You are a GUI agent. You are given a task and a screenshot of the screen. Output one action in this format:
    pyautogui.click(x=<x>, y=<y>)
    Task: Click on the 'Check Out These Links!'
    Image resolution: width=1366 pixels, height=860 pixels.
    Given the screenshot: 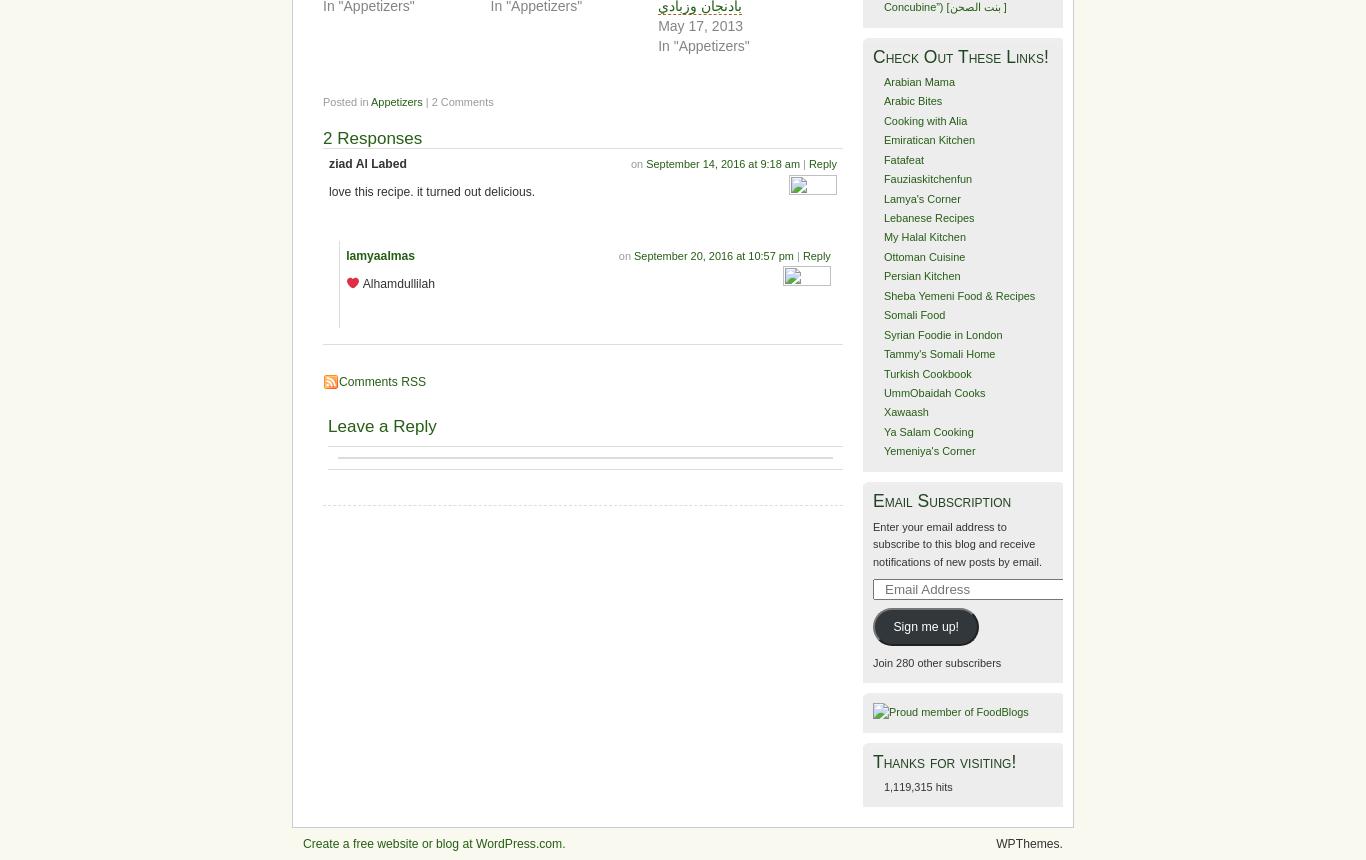 What is the action you would take?
    pyautogui.click(x=872, y=54)
    